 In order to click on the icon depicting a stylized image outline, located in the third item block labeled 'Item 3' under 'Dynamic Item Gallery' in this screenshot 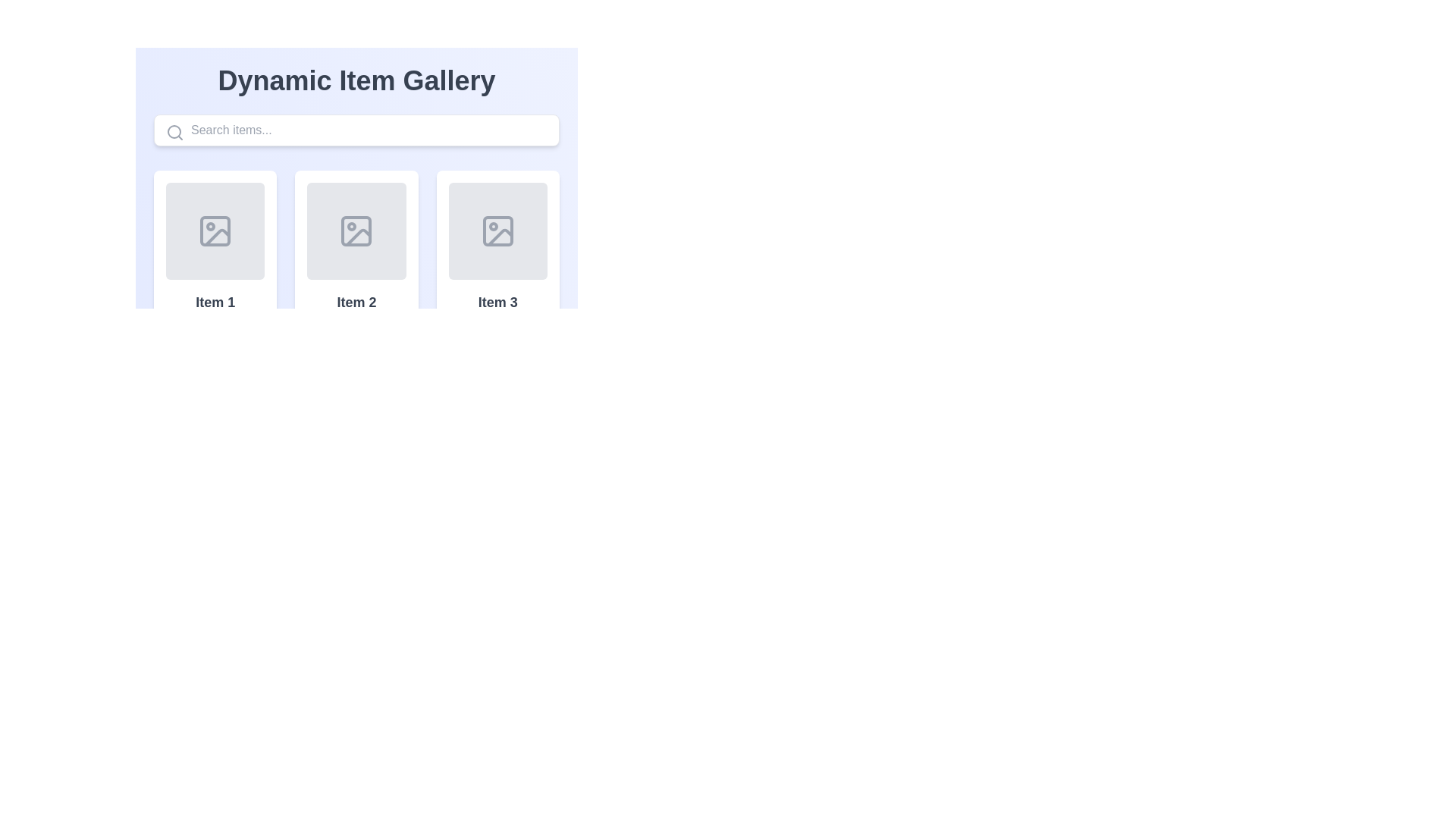, I will do `click(497, 231)`.